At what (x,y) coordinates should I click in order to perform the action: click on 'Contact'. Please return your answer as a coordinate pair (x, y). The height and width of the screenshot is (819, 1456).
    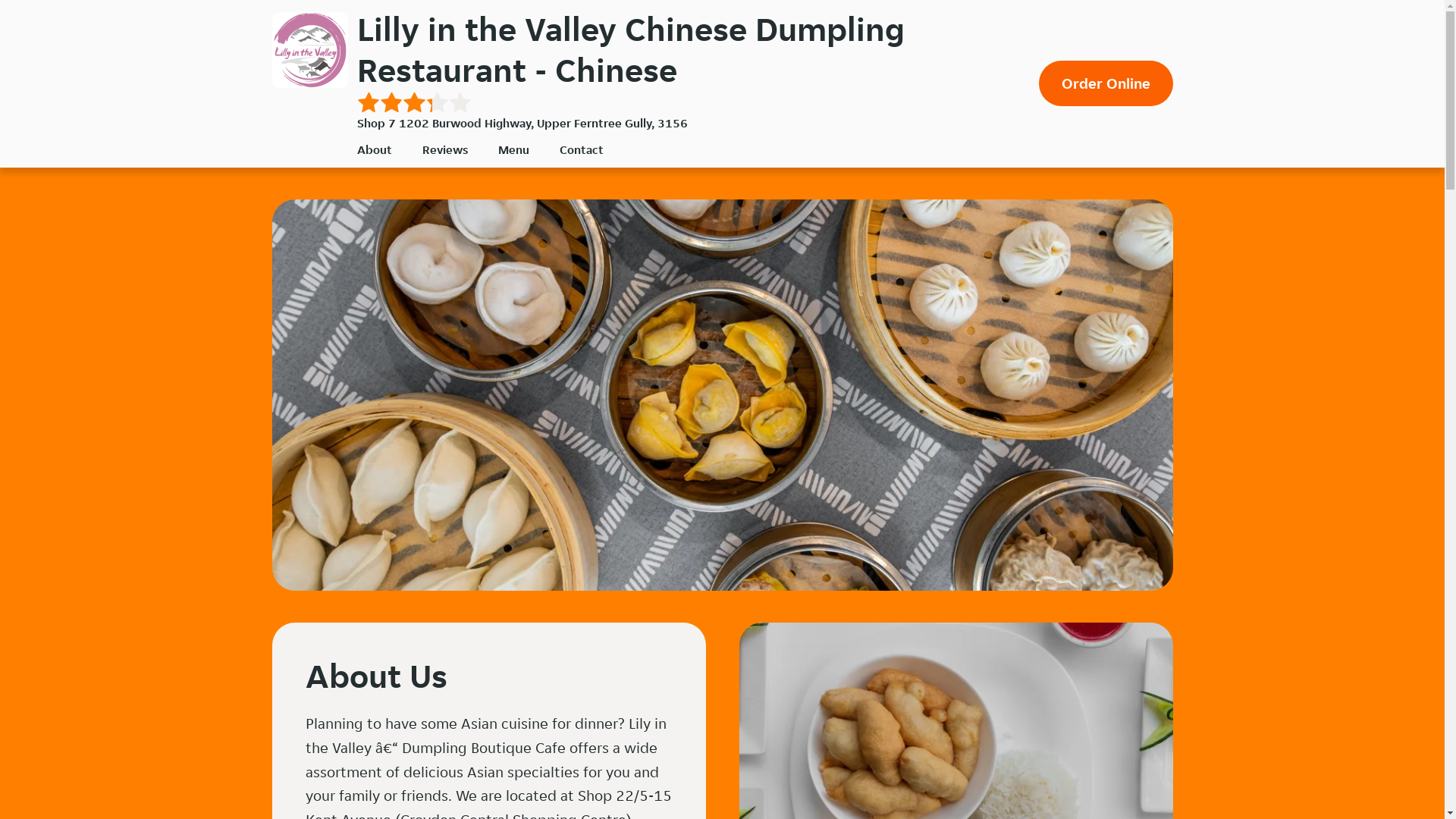
    Looking at the image, I should click on (581, 149).